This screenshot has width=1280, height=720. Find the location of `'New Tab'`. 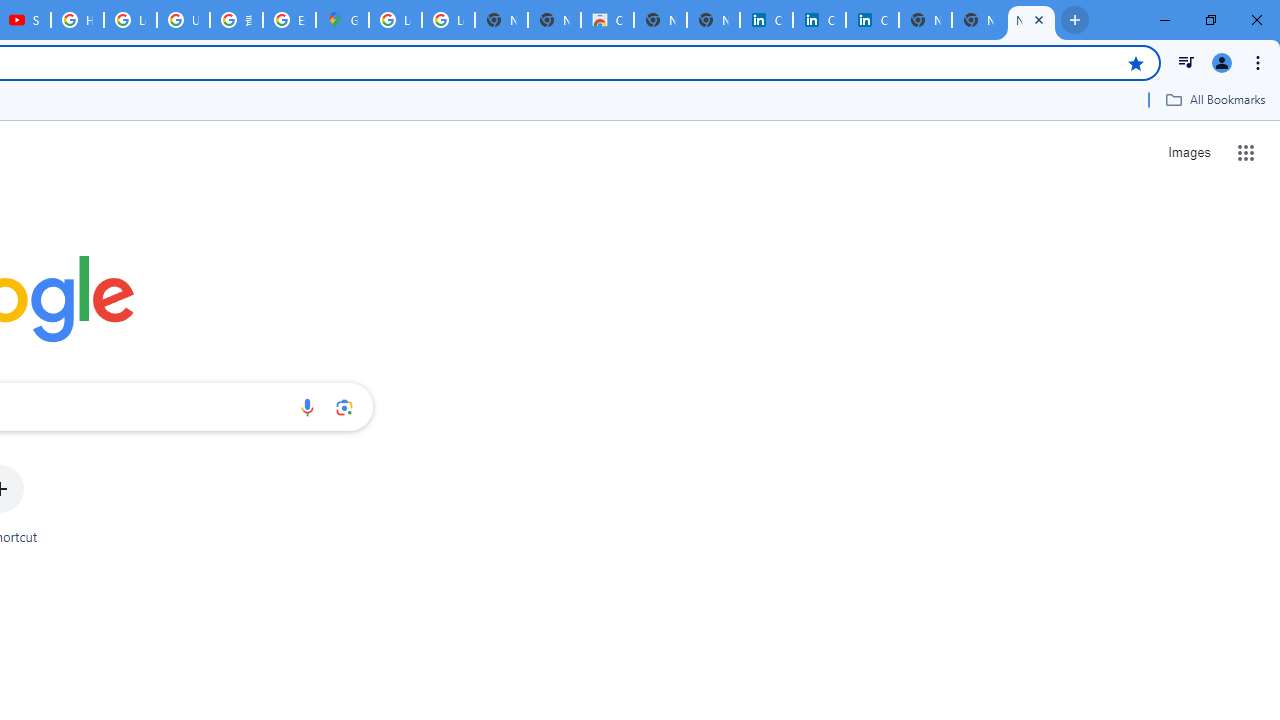

'New Tab' is located at coordinates (1031, 20).